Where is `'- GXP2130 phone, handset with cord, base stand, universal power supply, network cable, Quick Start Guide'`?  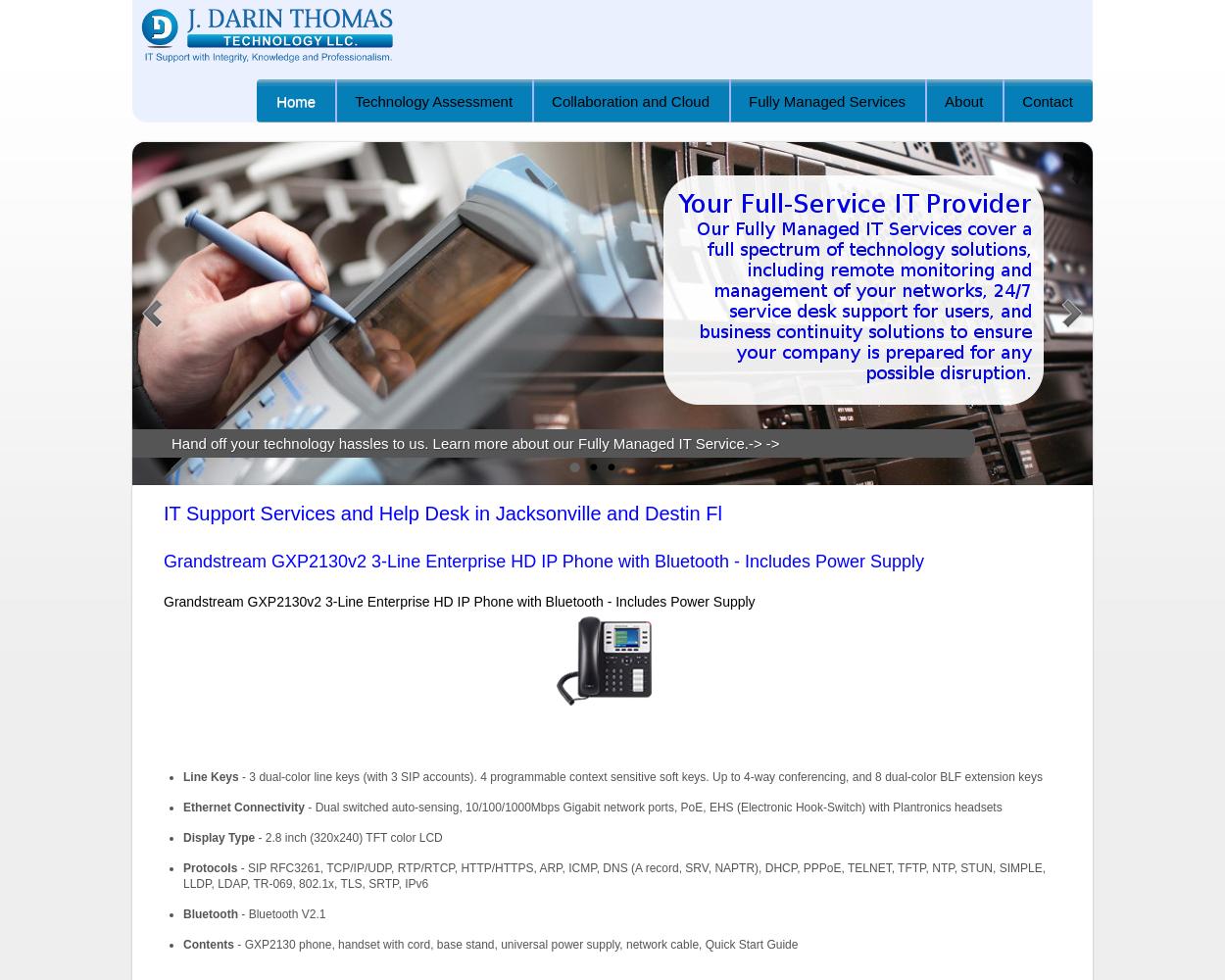
'- GXP2130 phone, handset with cord, base stand, universal power supply, network cable, Quick Start Guide' is located at coordinates (515, 944).